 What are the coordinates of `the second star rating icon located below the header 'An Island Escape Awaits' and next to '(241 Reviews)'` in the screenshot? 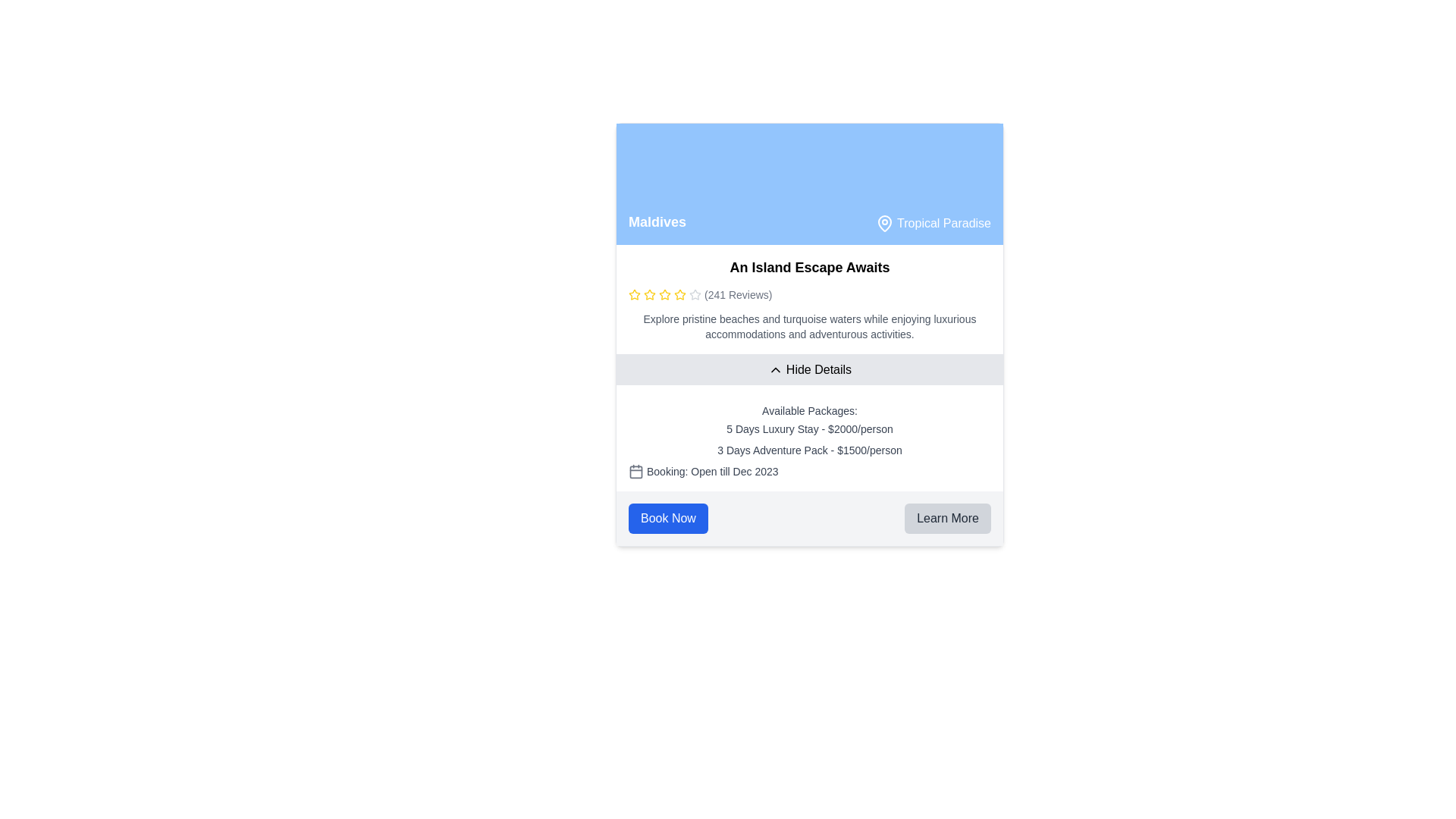 It's located at (665, 294).